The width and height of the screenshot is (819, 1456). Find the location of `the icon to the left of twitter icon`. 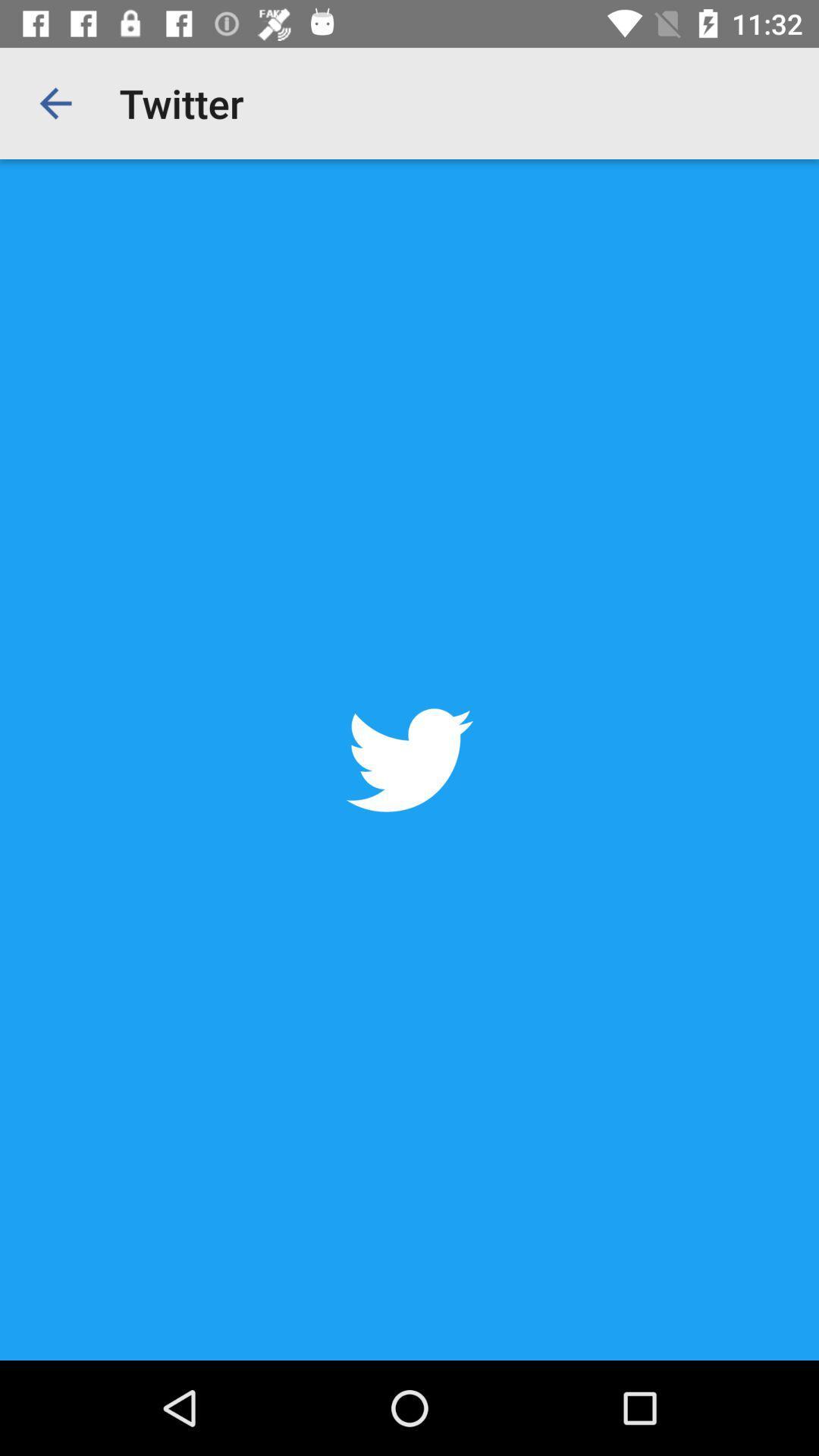

the icon to the left of twitter icon is located at coordinates (55, 102).